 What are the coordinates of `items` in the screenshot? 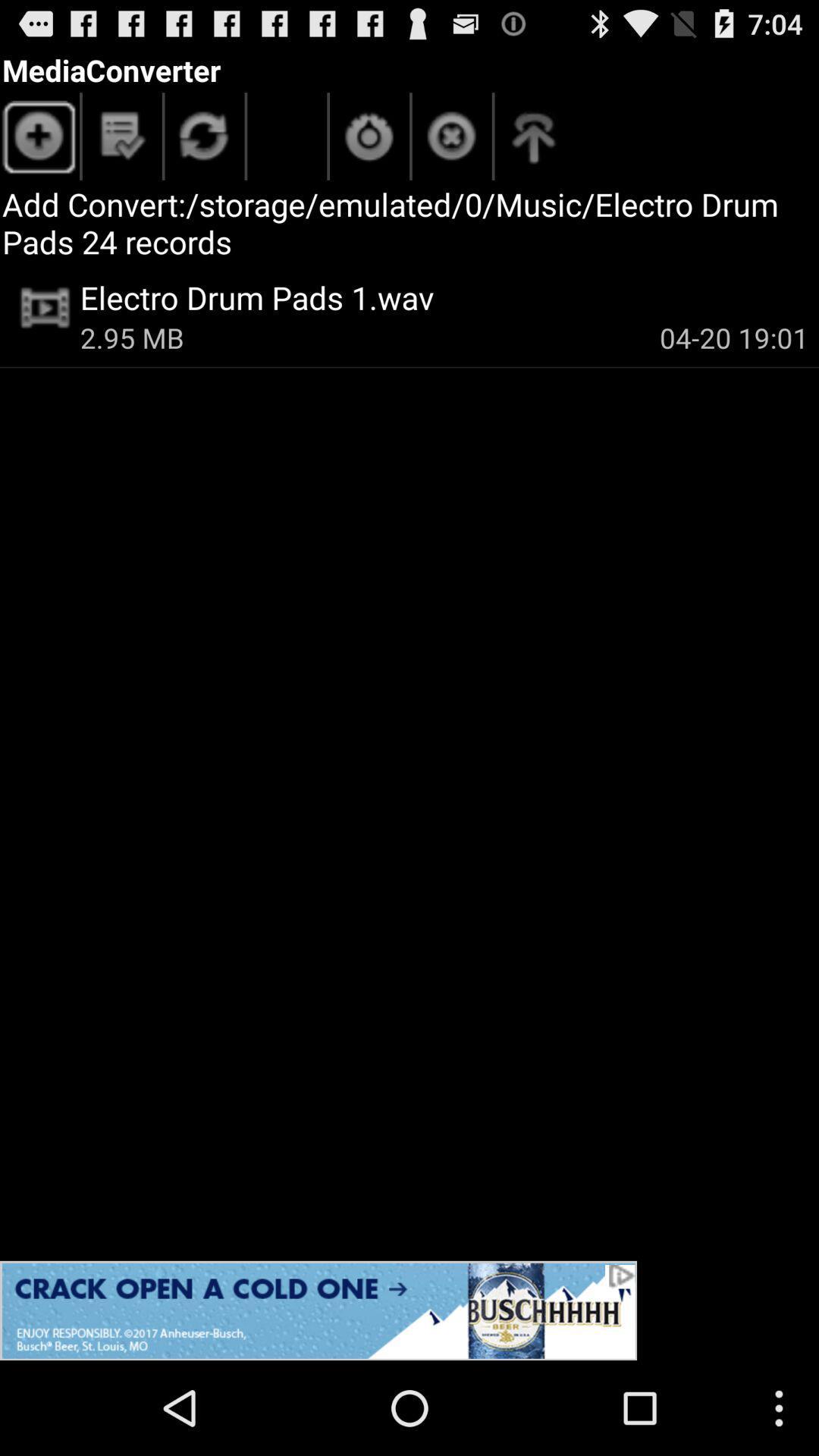 It's located at (39, 140).